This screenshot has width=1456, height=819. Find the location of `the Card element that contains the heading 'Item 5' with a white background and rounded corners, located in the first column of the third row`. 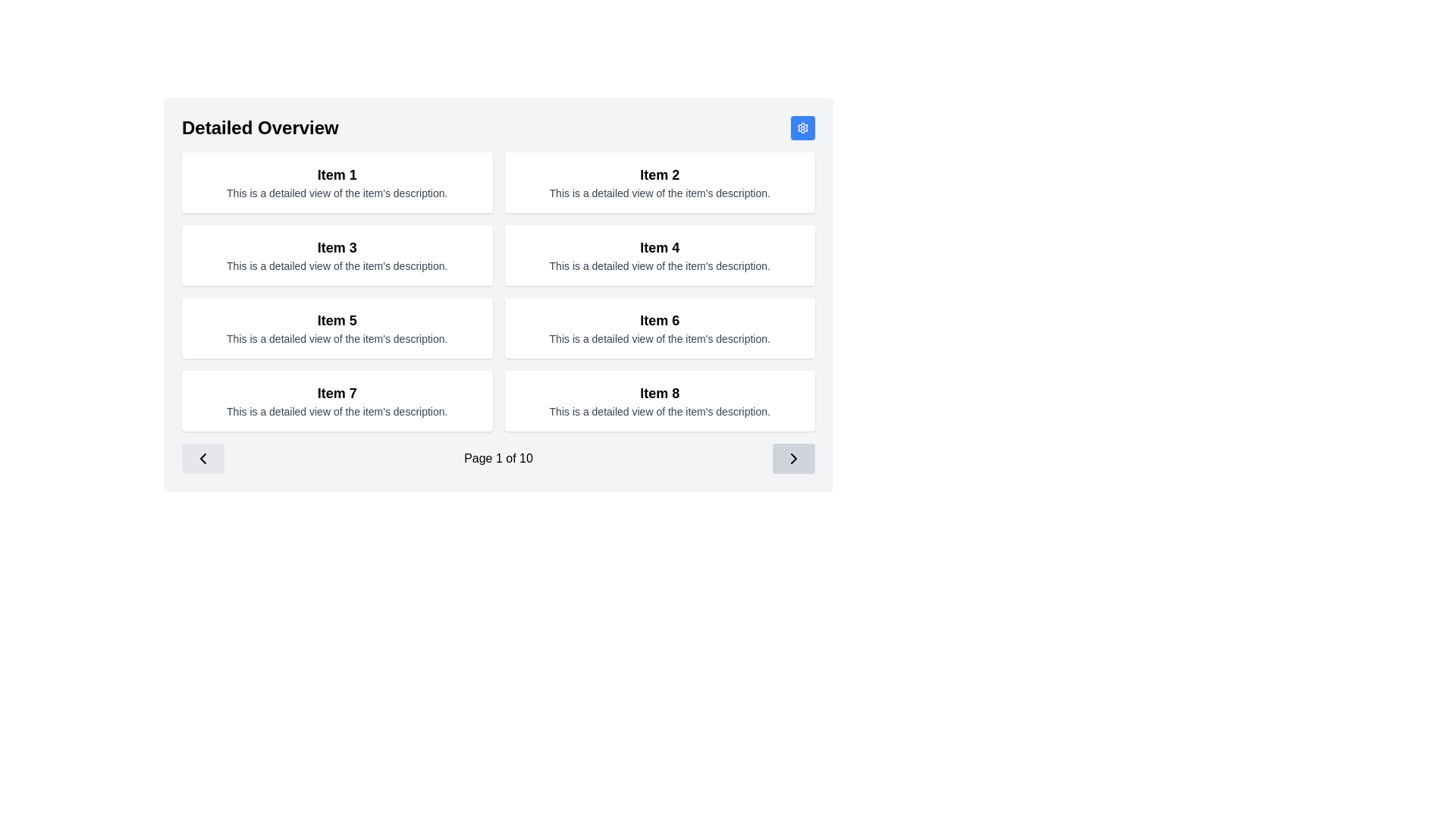

the Card element that contains the heading 'Item 5' with a white background and rounded corners, located in the first column of the third row is located at coordinates (336, 327).